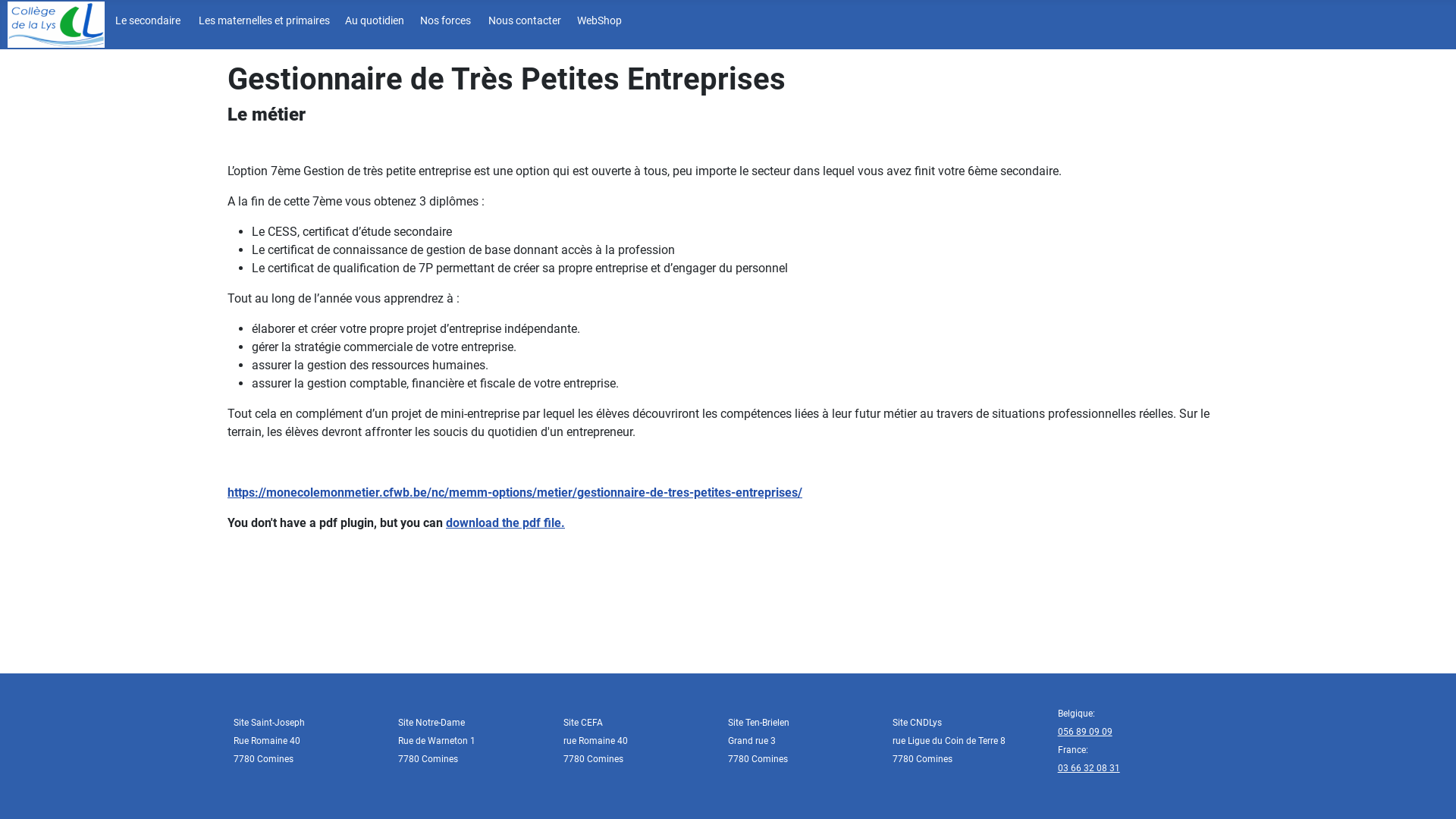 The image size is (1456, 819). Describe the element at coordinates (112, 23) in the screenshot. I see `'Le secondaire'` at that location.